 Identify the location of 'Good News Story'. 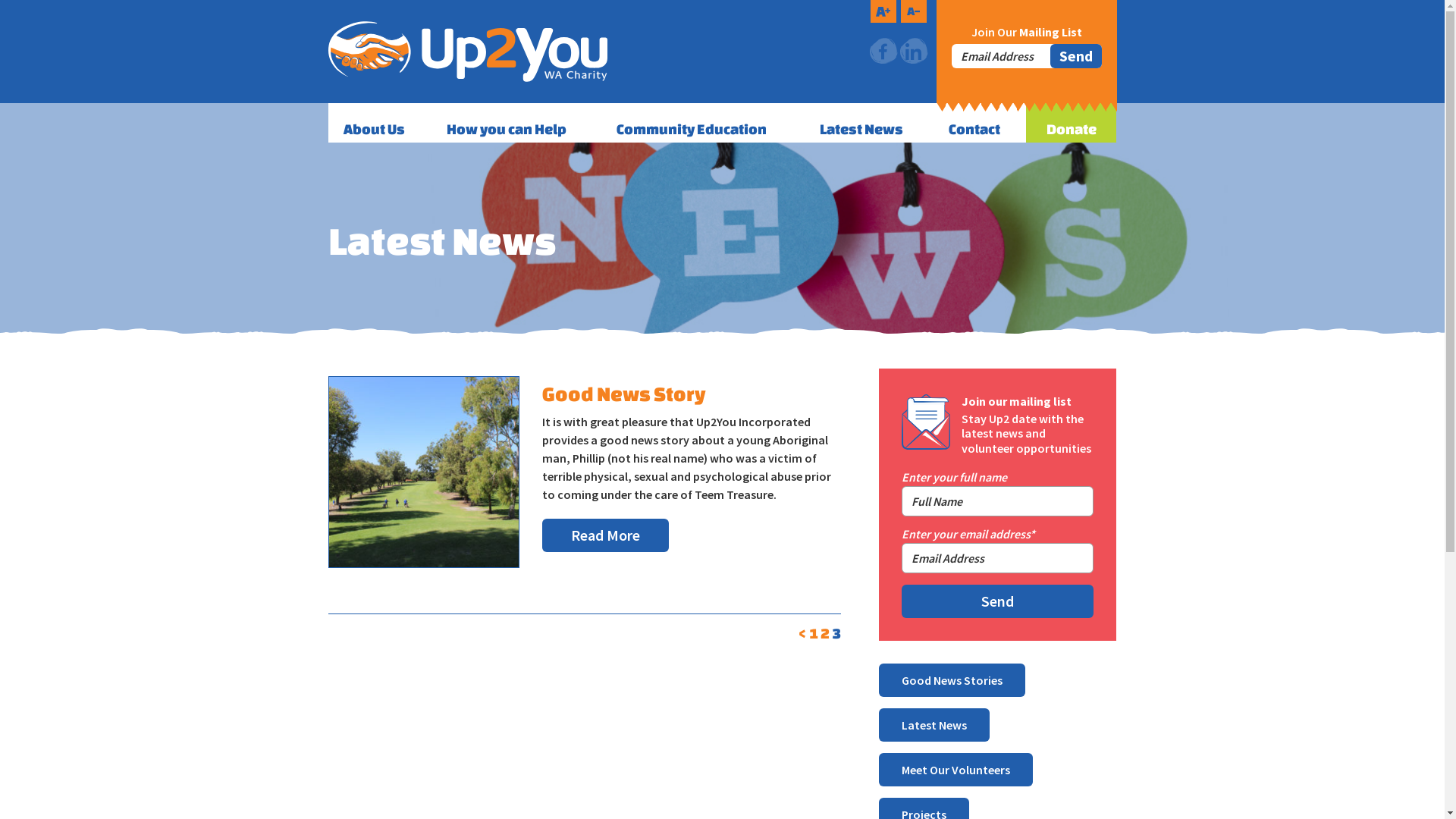
(623, 393).